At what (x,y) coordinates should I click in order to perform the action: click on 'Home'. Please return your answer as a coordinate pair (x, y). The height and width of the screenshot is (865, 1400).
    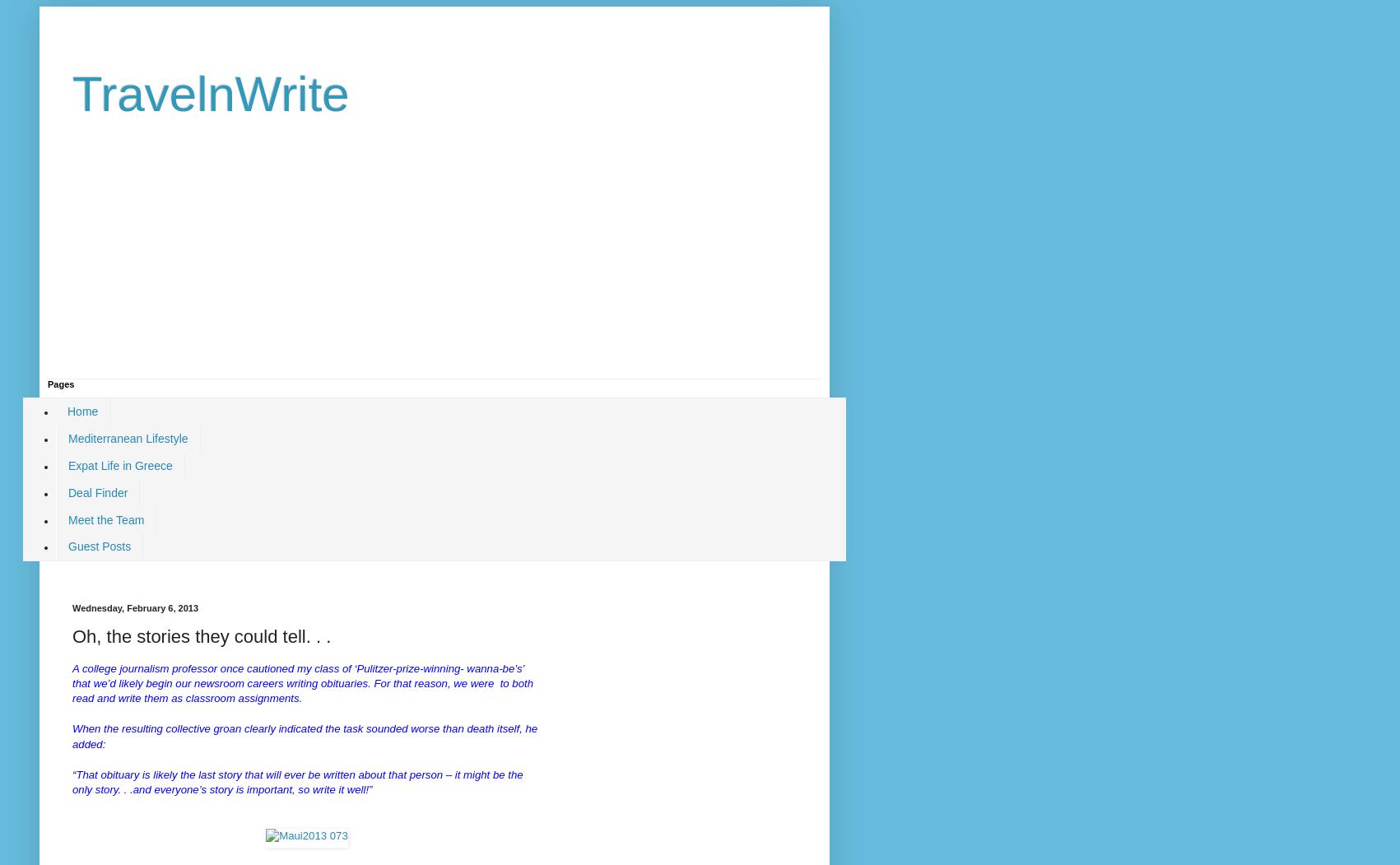
    Looking at the image, I should click on (82, 411).